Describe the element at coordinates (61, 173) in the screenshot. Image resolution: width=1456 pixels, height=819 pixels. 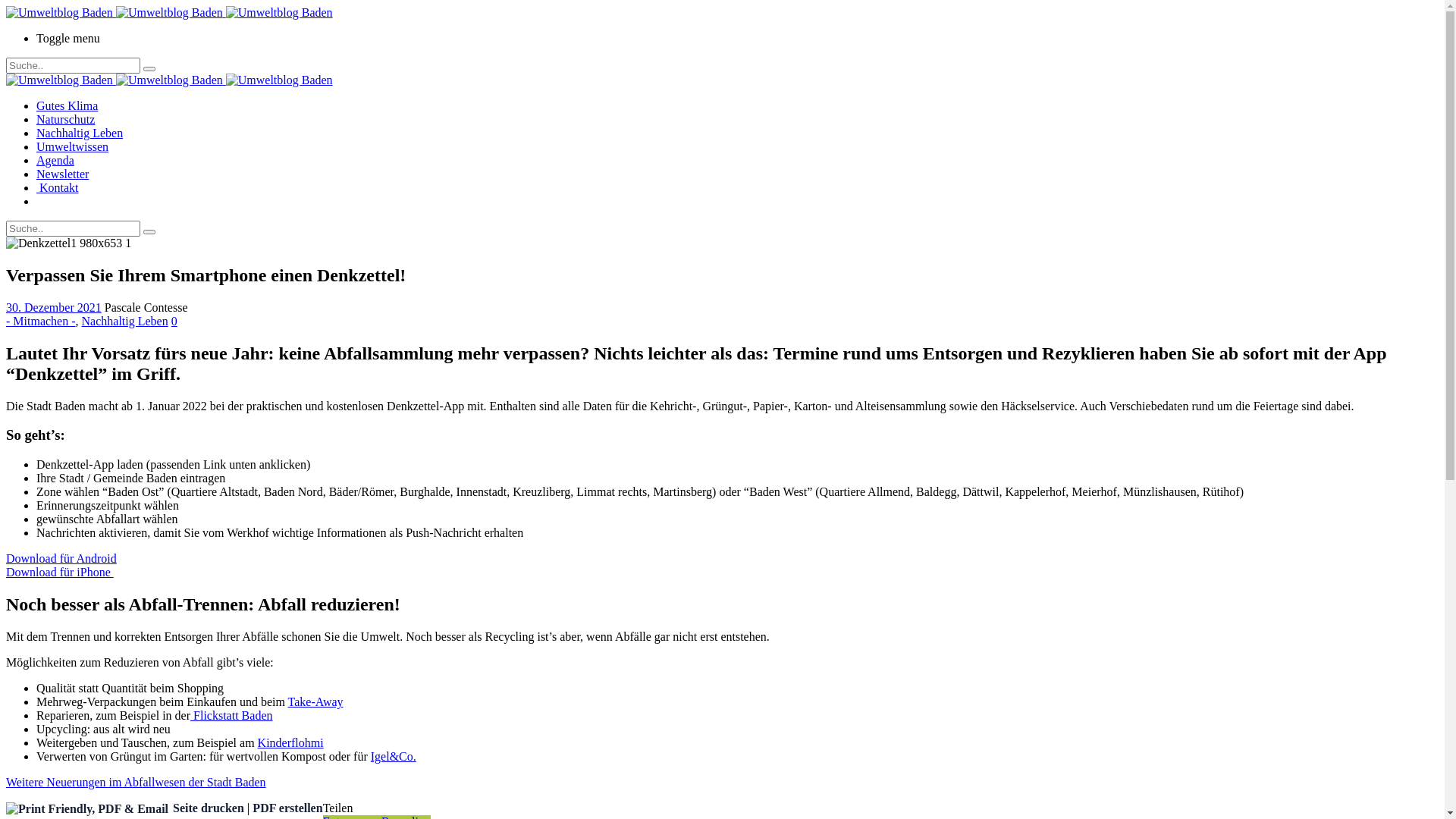
I see `'Newsletter'` at that location.